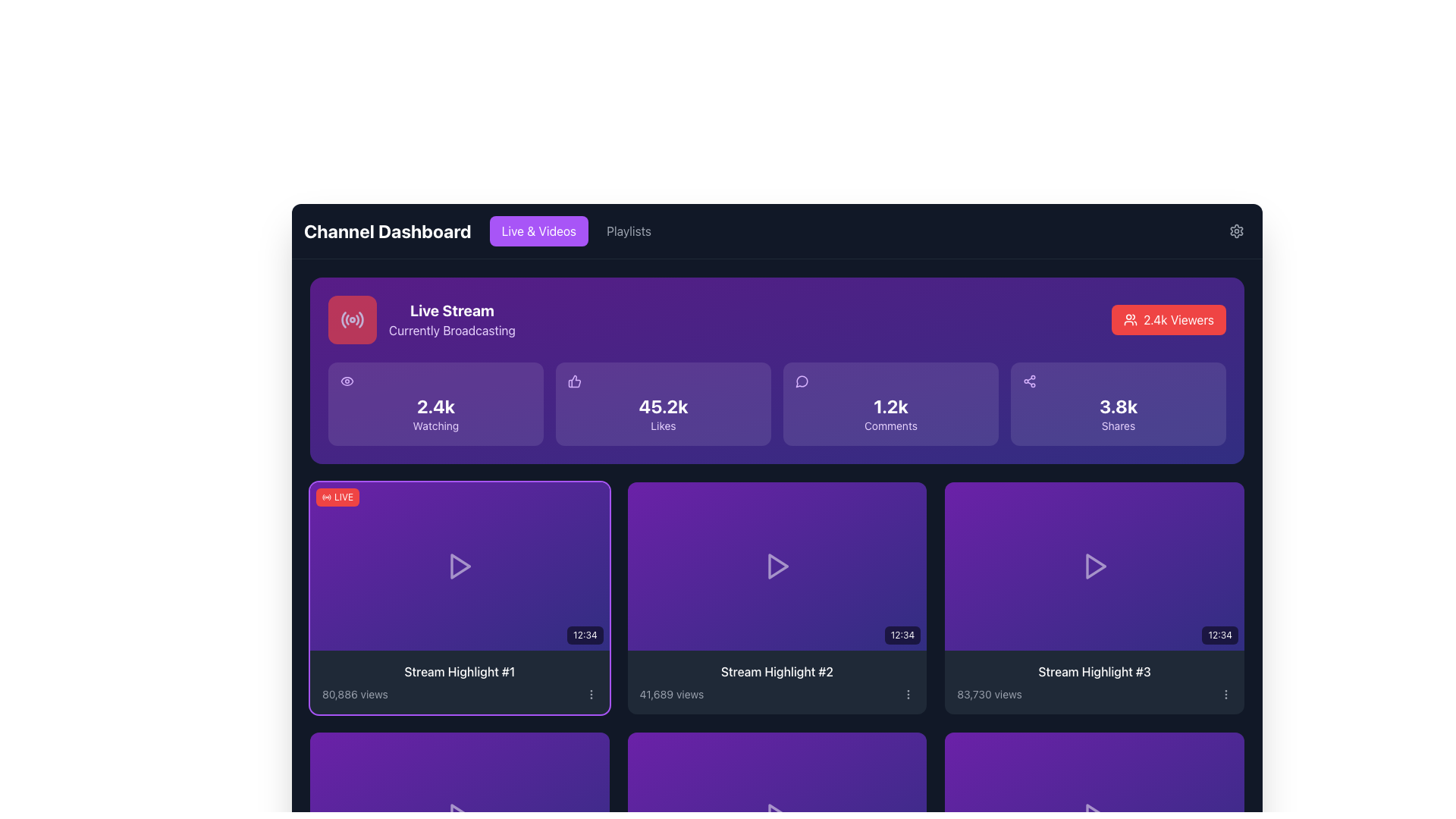 The image size is (1456, 819). What do you see at coordinates (459, 681) in the screenshot?
I see `the title 'Stream Highlight #1' of the text label within the card component to interact` at bounding box center [459, 681].